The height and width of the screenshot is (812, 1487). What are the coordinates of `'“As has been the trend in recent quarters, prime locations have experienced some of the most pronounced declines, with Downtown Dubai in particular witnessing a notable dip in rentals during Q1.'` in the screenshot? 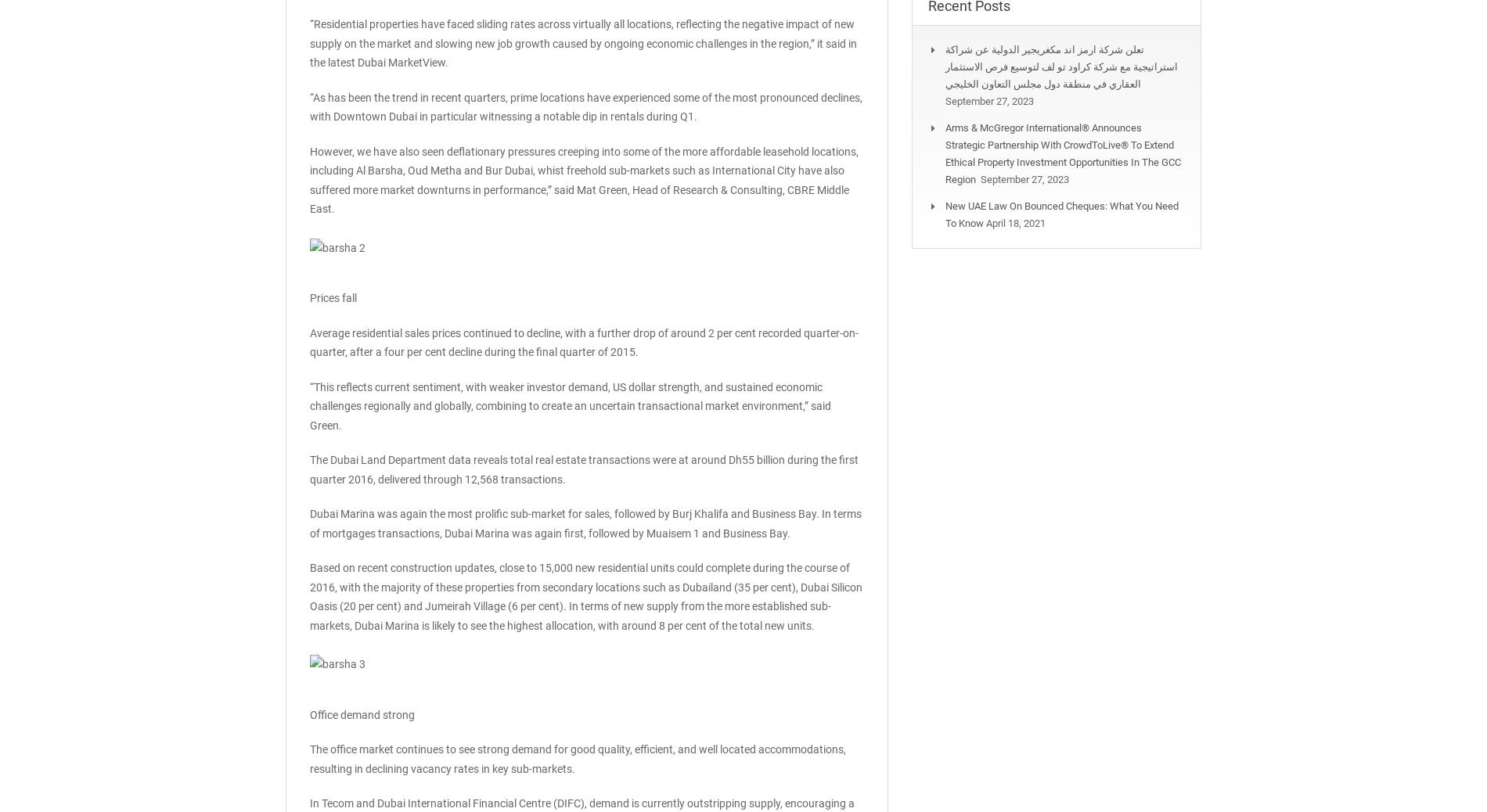 It's located at (585, 106).